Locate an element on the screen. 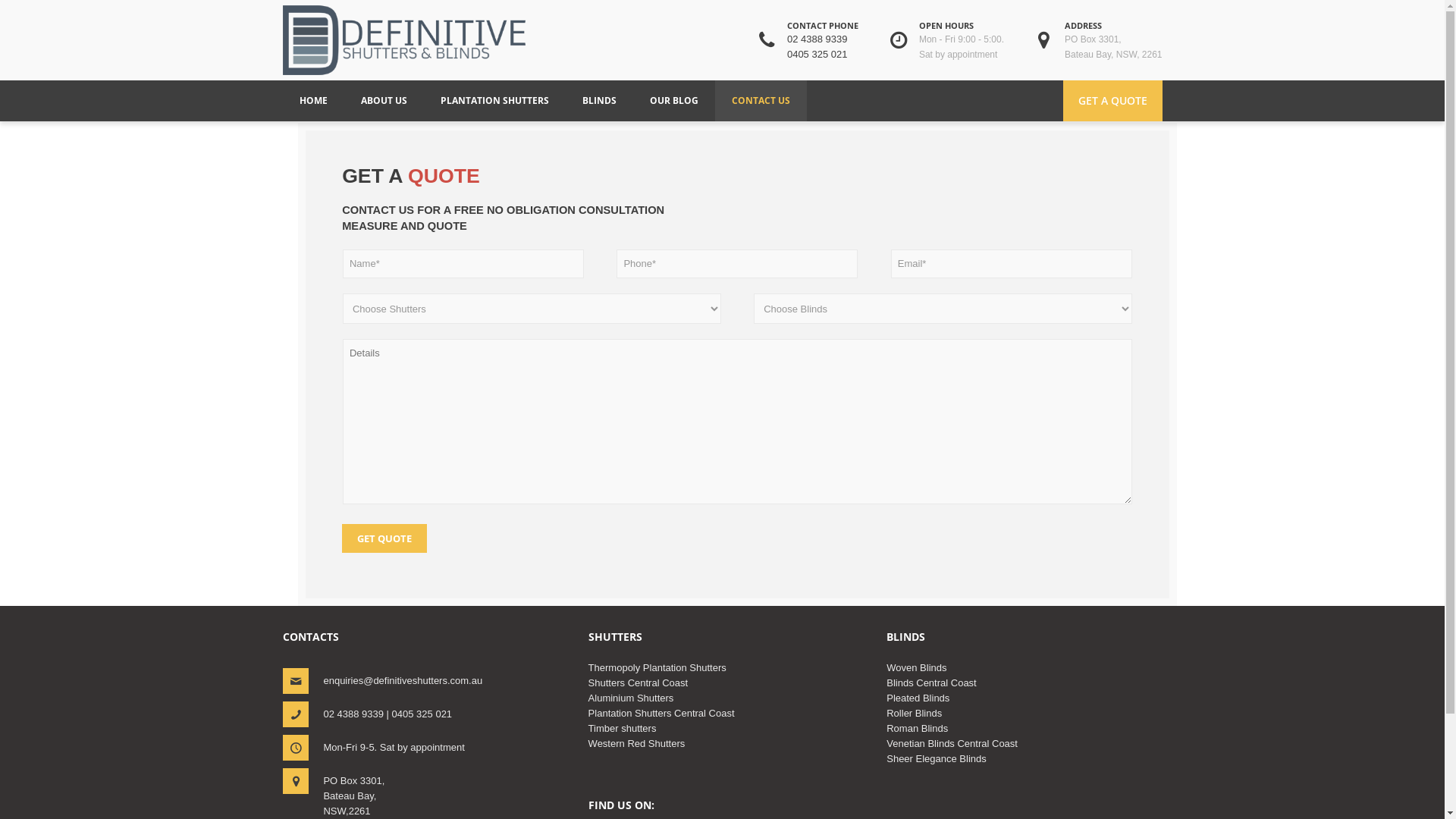  'enquiries@definitiveshutters.com.au' is located at coordinates (403, 679).